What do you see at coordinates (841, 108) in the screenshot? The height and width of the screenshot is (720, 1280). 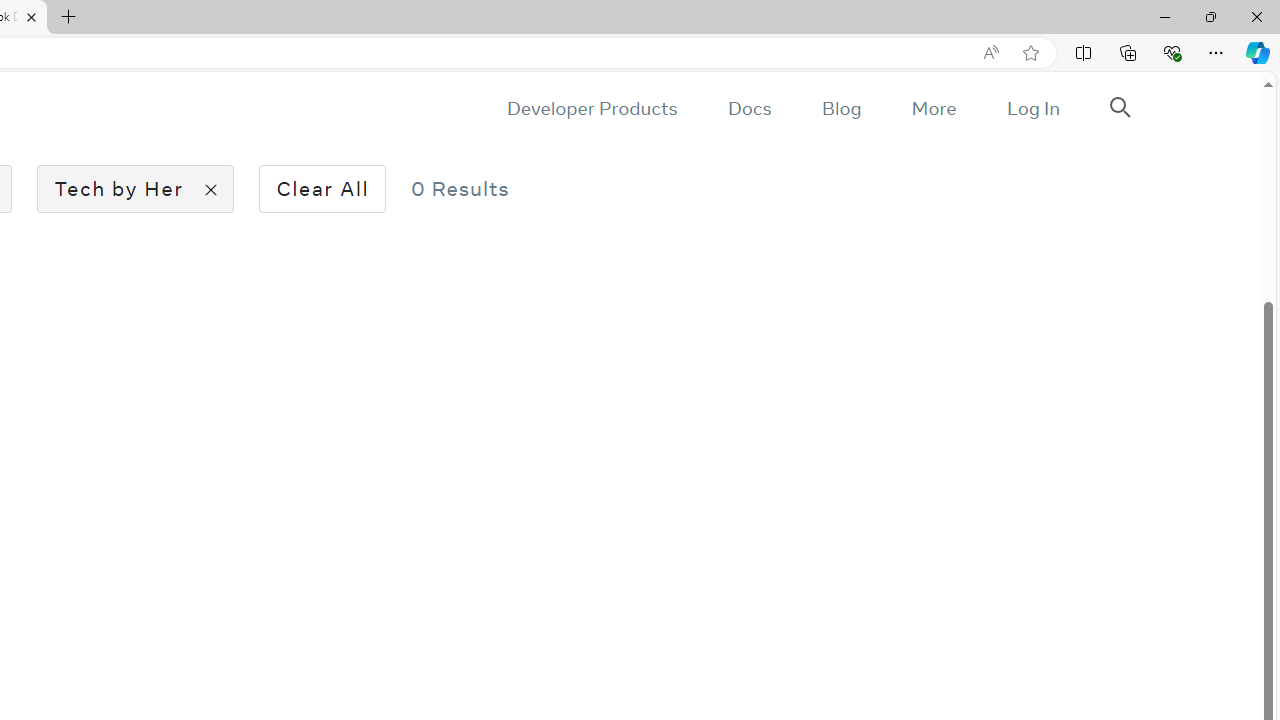 I see `'Blog'` at bounding box center [841, 108].